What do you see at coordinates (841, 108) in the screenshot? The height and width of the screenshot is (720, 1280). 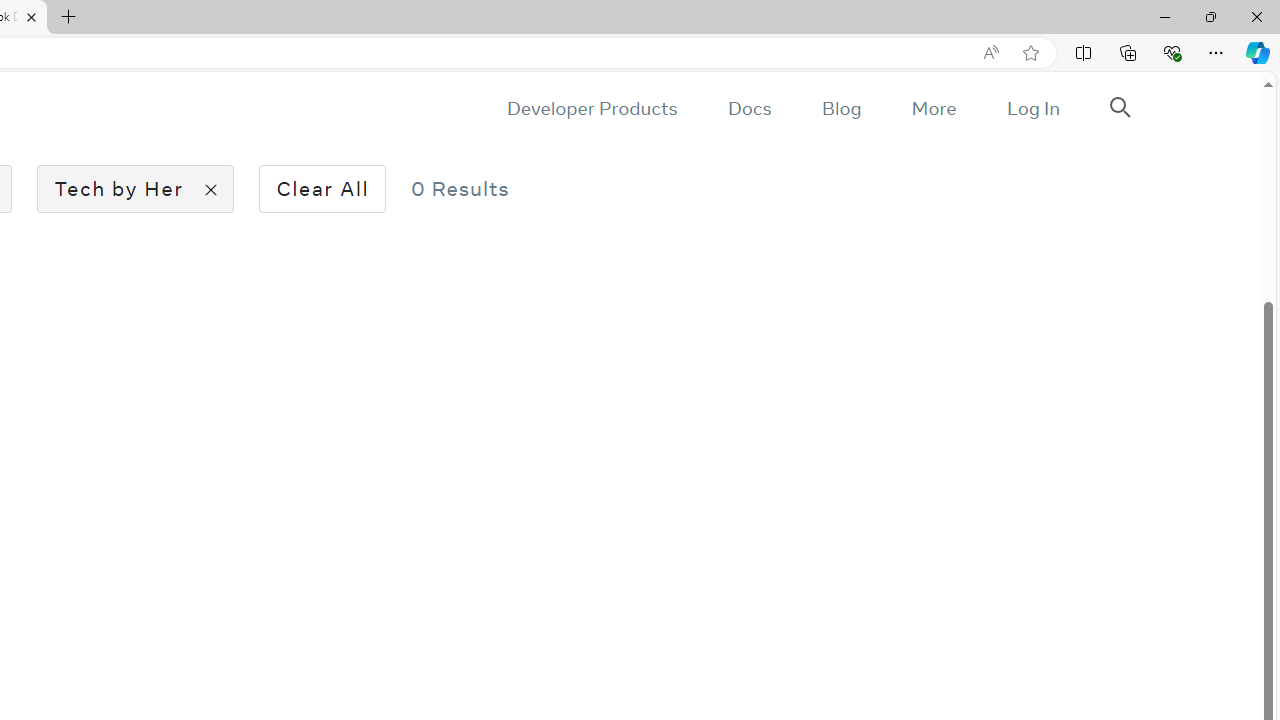 I see `'Blog'` at bounding box center [841, 108].